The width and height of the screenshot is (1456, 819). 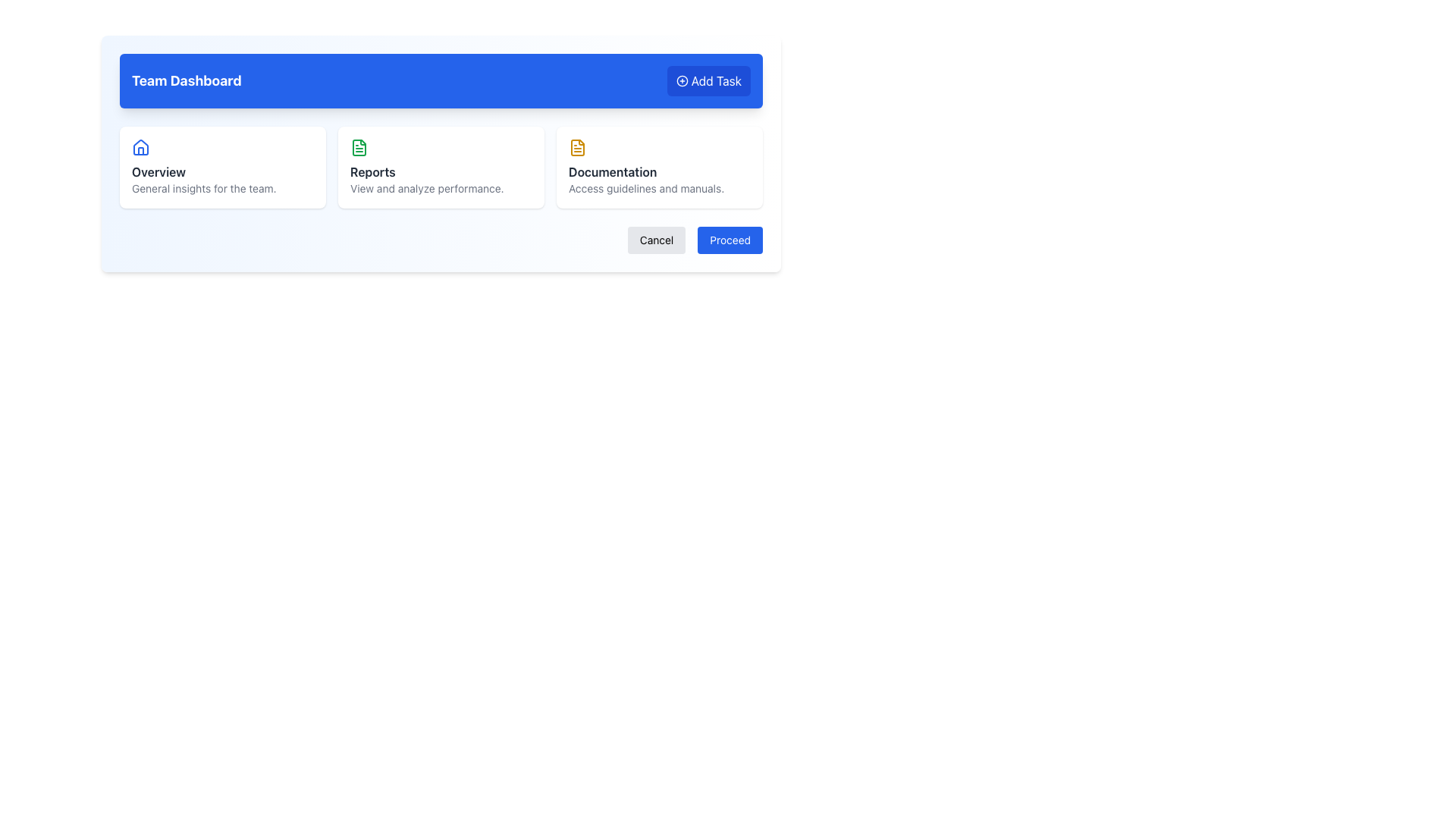 I want to click on the house icon with a blue outline located above the 'Overview' text in the 'Team Dashboard' section, so click(x=141, y=146).